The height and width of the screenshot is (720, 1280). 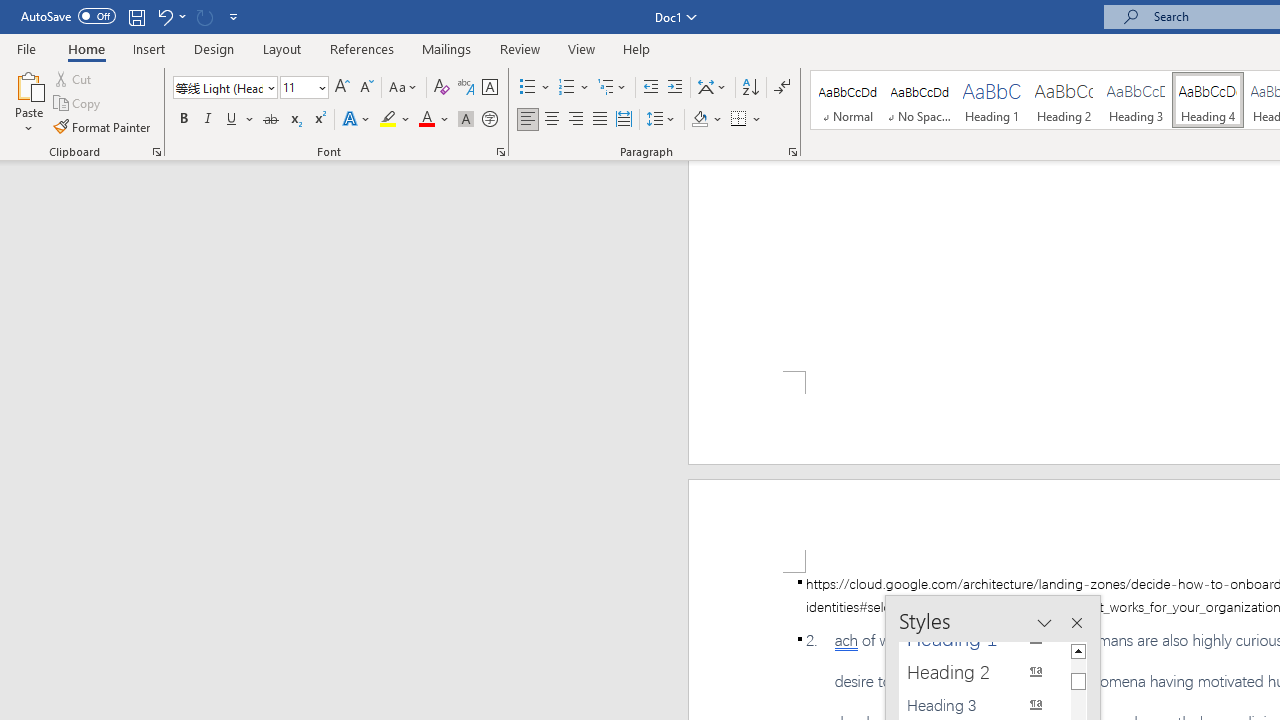 What do you see at coordinates (366, 86) in the screenshot?
I see `'Shrink Font'` at bounding box center [366, 86].